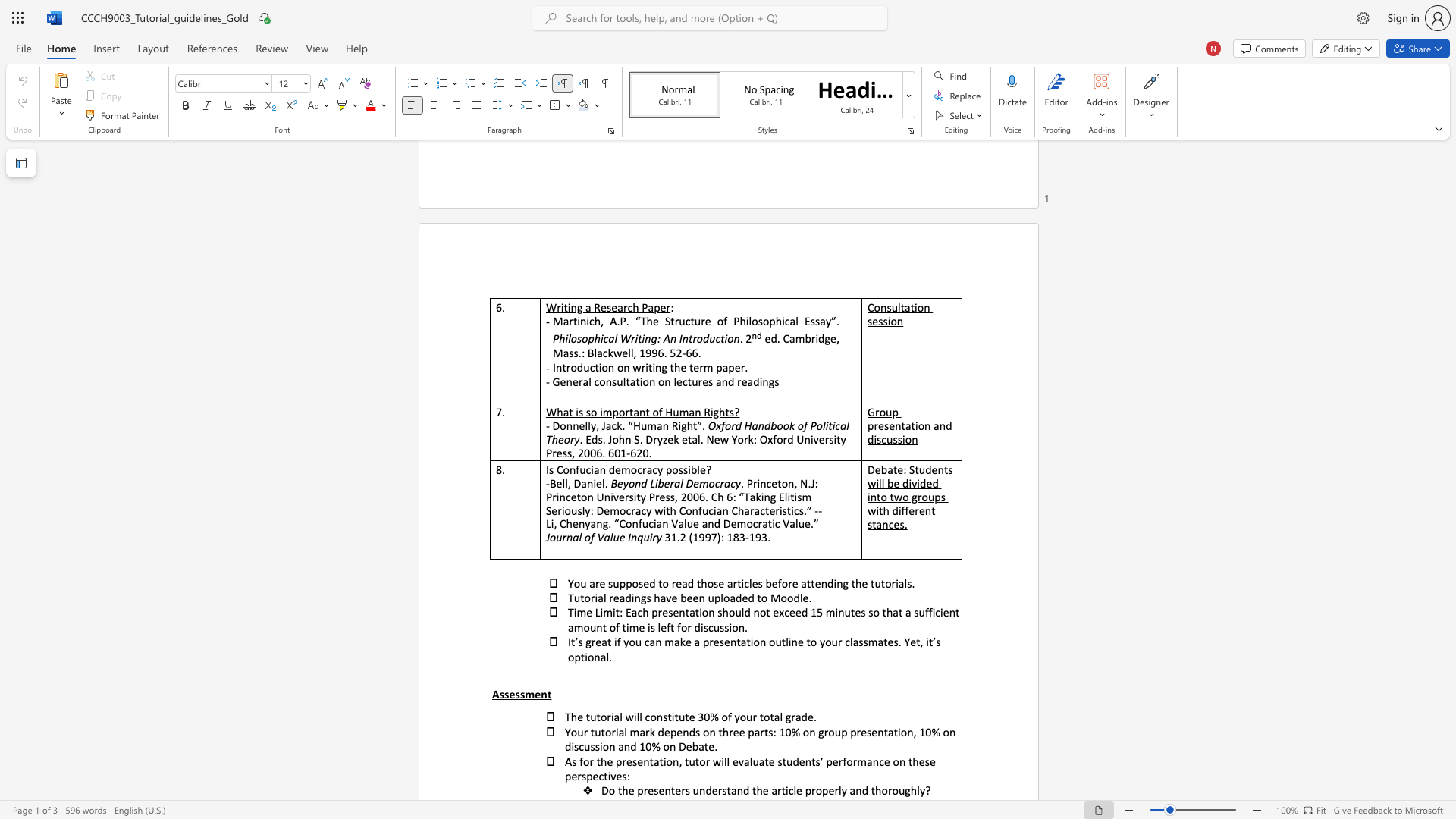 This screenshot has height=819, width=1456. I want to click on the subset text "ood" within the text "Tutorial readings have been uploaded to Moodle.", so click(780, 597).